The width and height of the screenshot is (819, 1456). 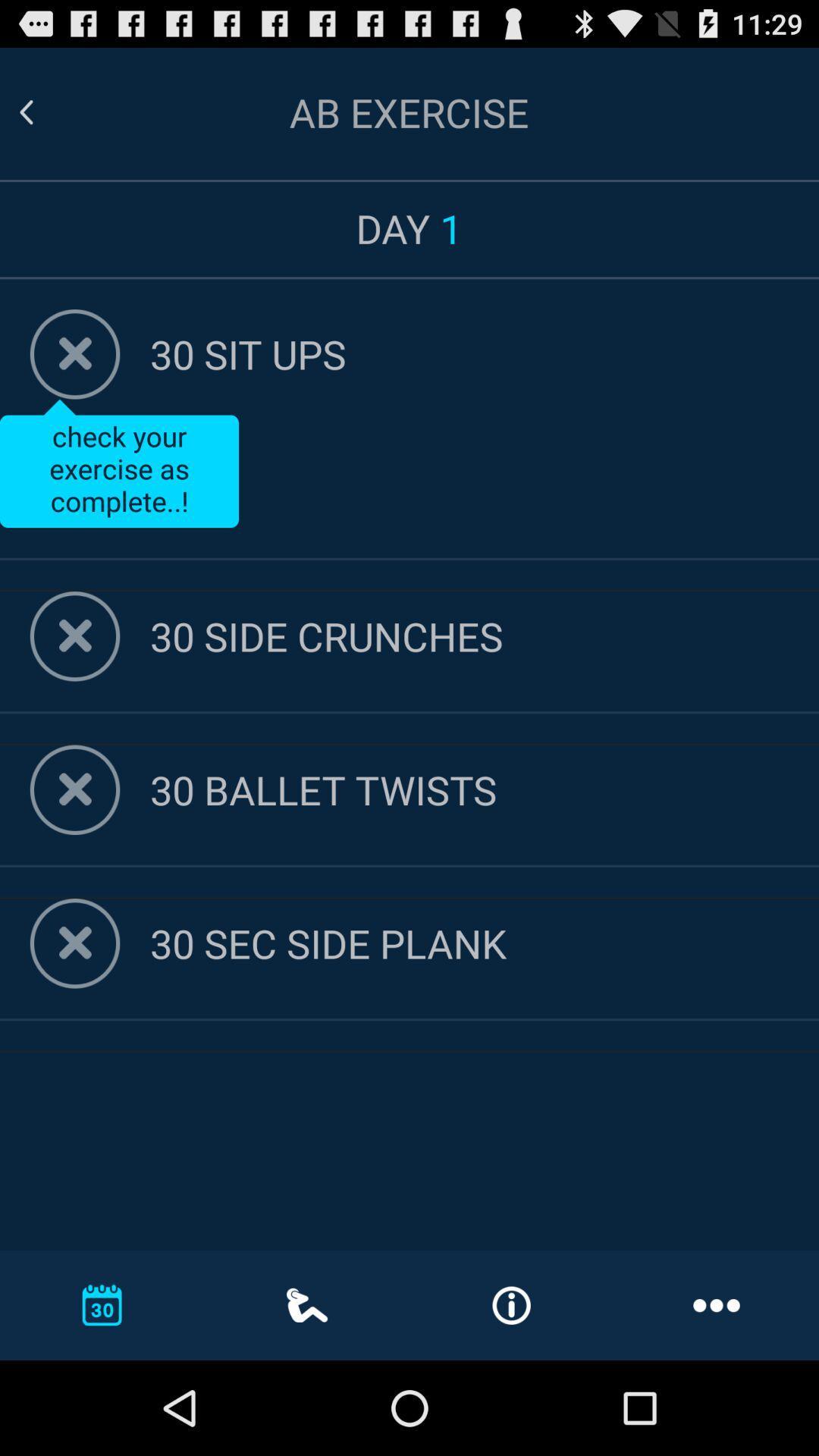 What do you see at coordinates (485, 789) in the screenshot?
I see `30 ballet twists app` at bounding box center [485, 789].